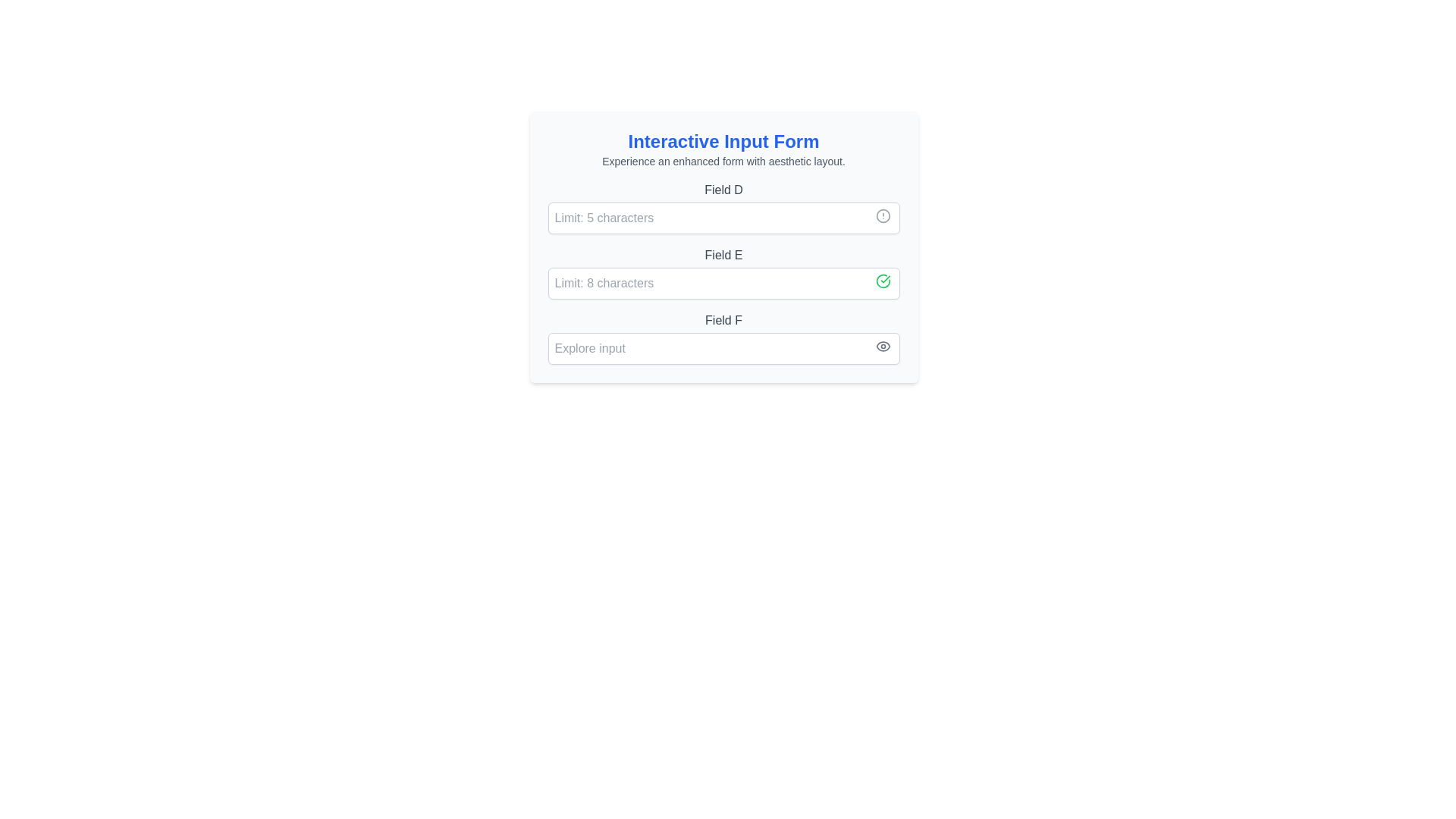 The image size is (1456, 819). What do you see at coordinates (883, 346) in the screenshot?
I see `the eye icon located at the far-right of the text input field labeled 'Field F' for more information` at bounding box center [883, 346].